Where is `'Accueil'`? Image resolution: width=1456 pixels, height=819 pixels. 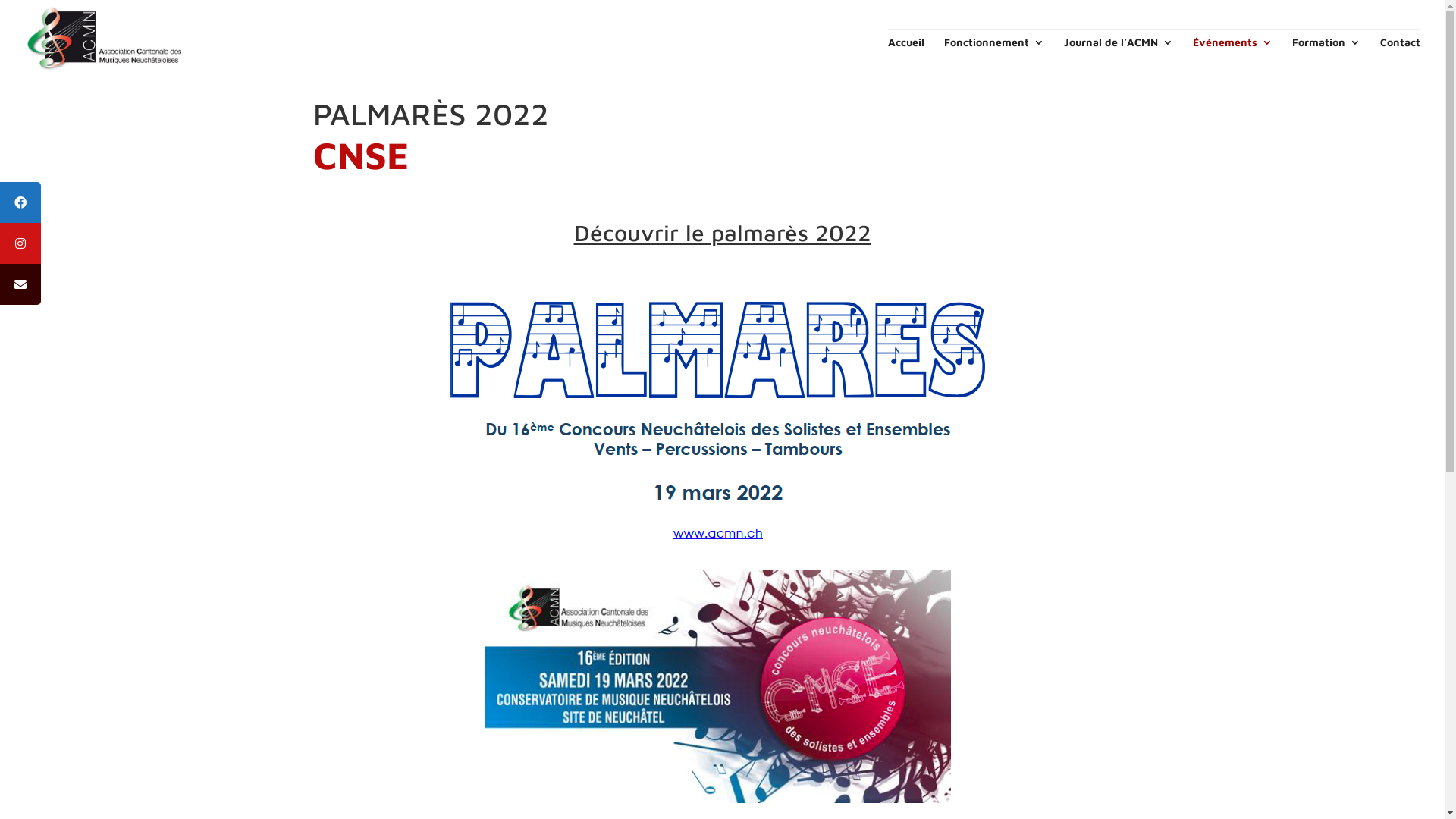 'Accueil' is located at coordinates (888, 55).